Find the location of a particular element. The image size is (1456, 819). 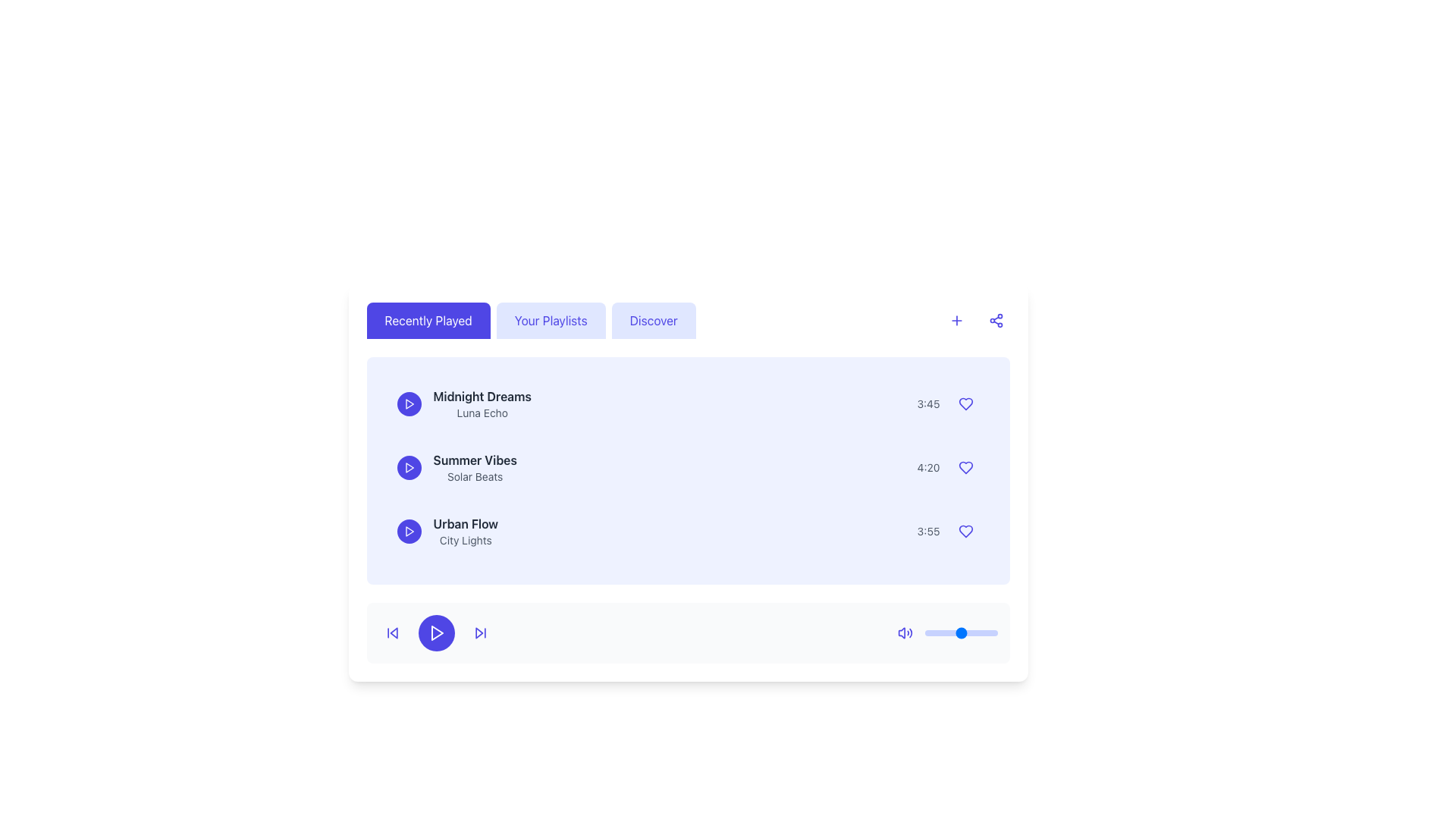

the slider is located at coordinates (944, 632).